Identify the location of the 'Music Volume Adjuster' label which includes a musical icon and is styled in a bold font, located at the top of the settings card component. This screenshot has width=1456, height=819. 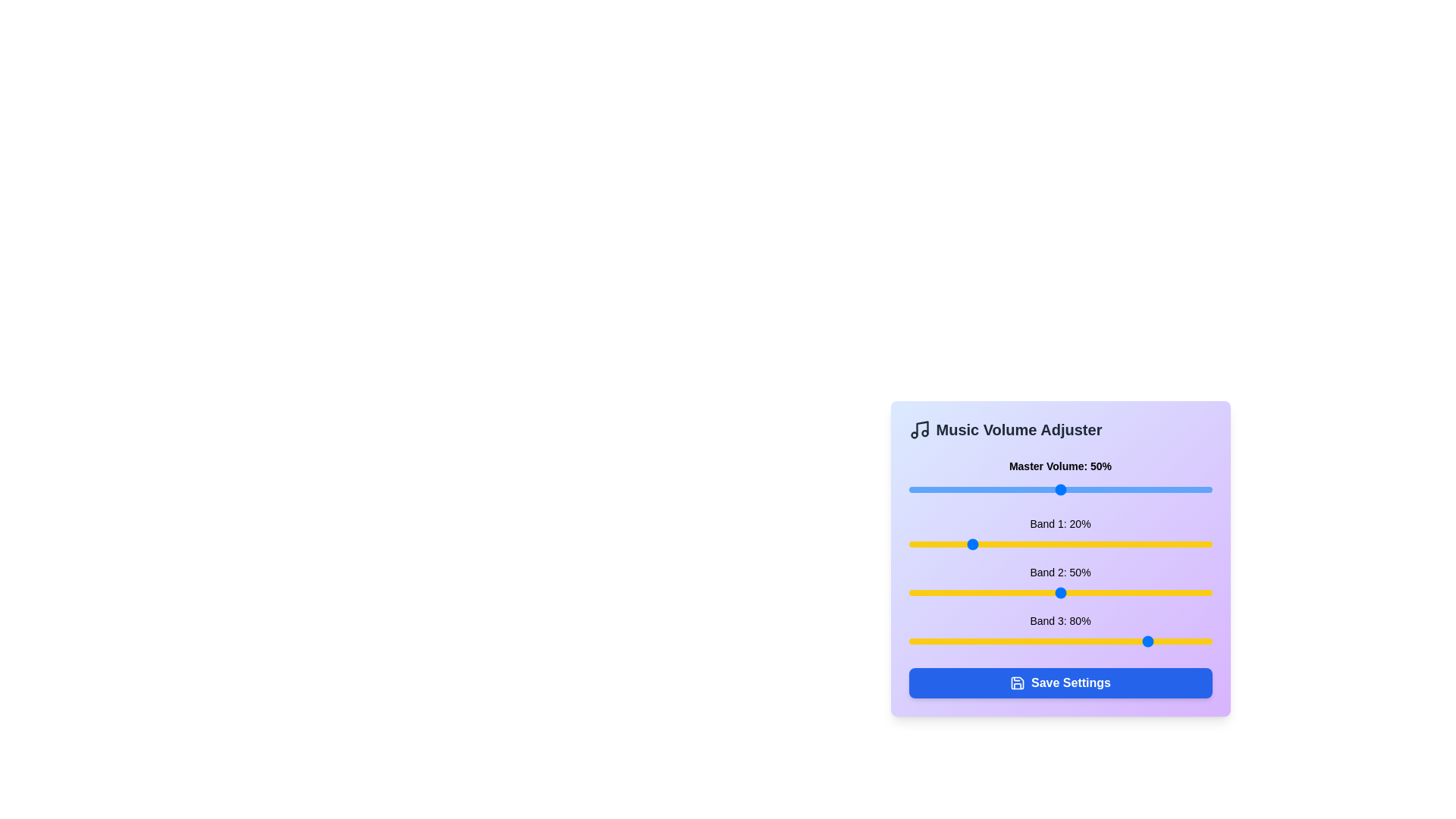
(1059, 430).